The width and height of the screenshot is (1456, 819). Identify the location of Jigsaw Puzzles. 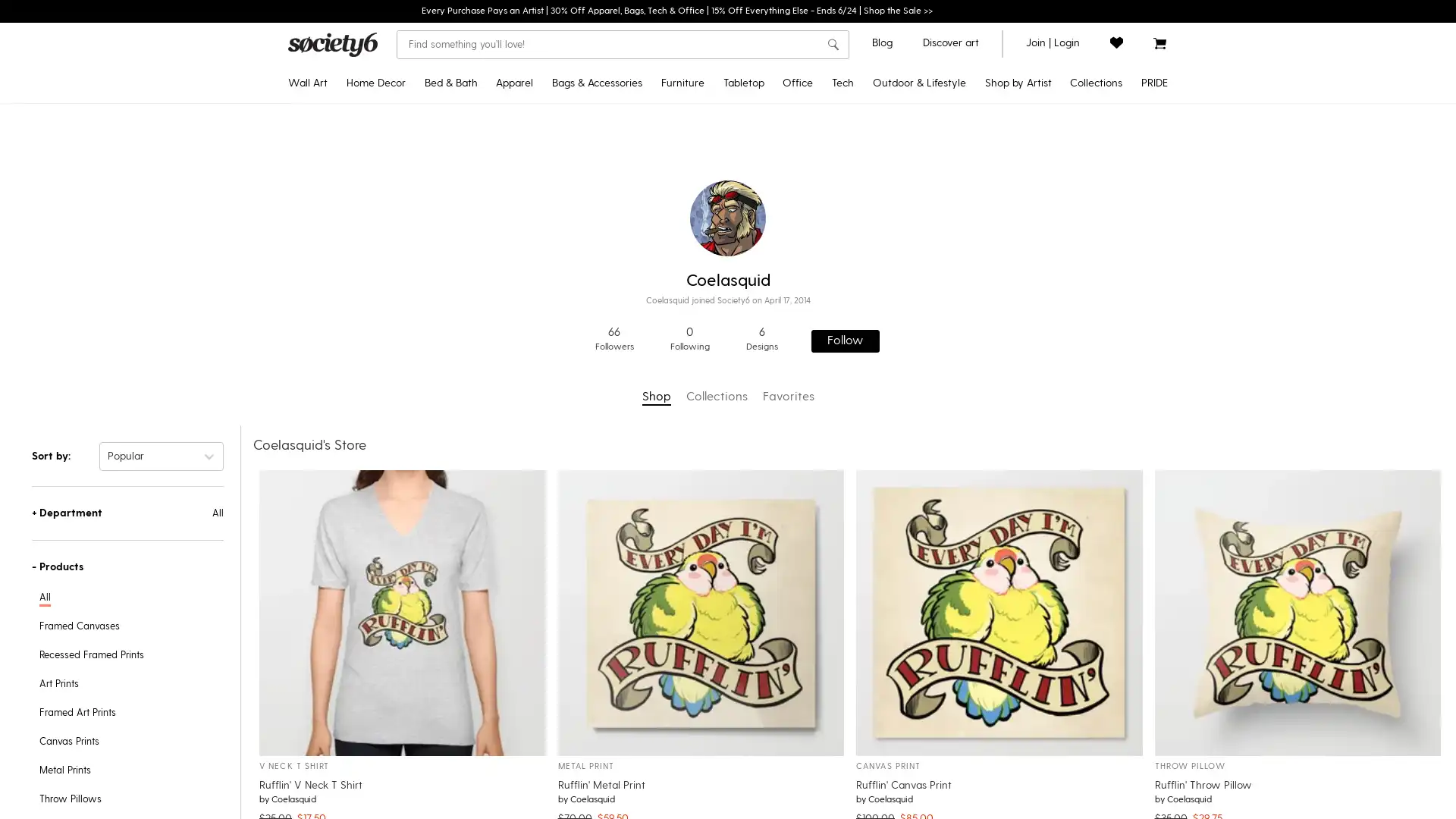
(835, 195).